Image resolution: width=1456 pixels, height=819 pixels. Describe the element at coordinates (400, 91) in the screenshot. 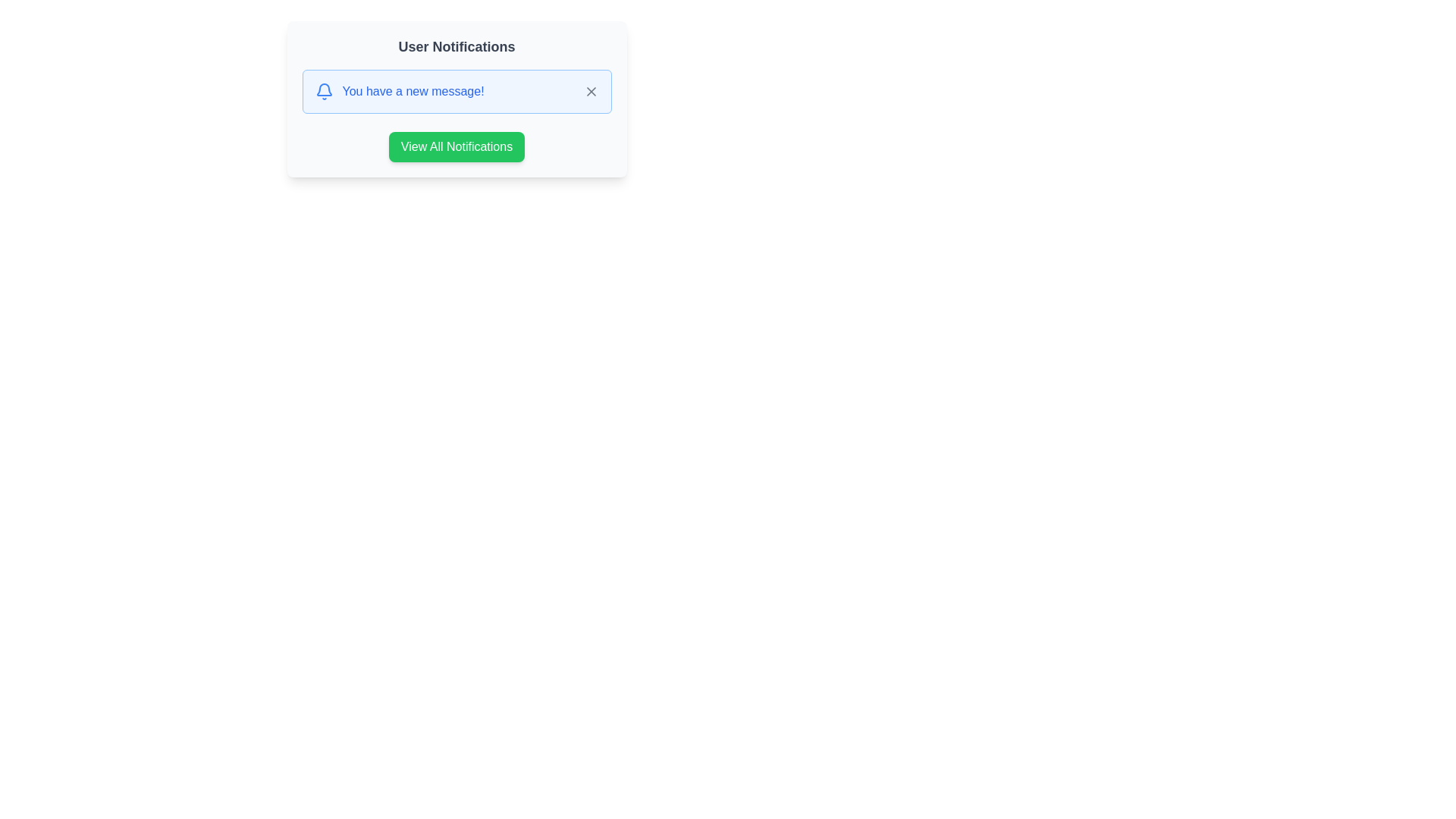

I see `message displayed in the text label that says 'You have a new message!' which is styled with a blue font color and is part of a notification section` at that location.